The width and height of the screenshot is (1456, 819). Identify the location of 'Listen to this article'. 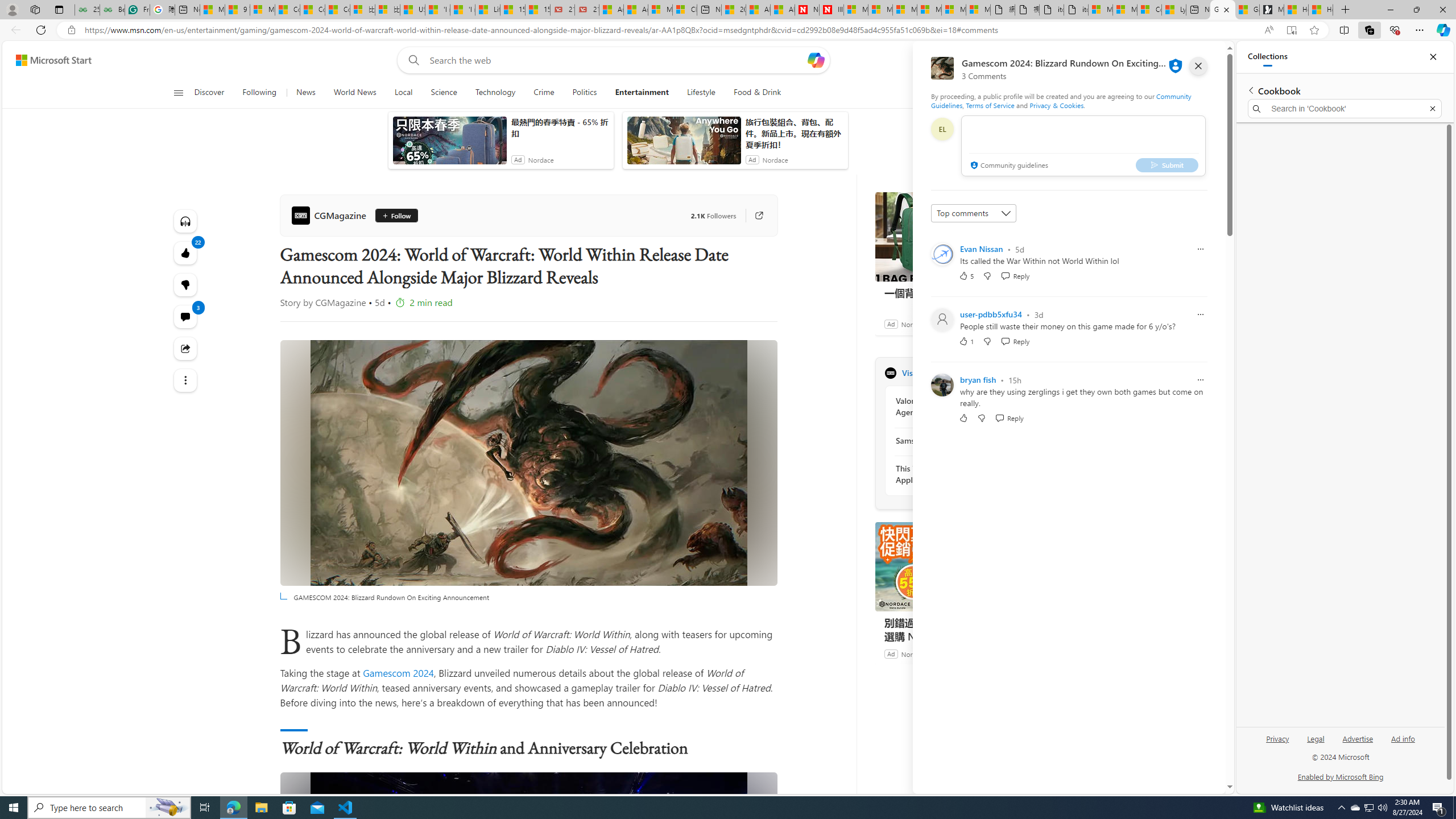
(185, 220).